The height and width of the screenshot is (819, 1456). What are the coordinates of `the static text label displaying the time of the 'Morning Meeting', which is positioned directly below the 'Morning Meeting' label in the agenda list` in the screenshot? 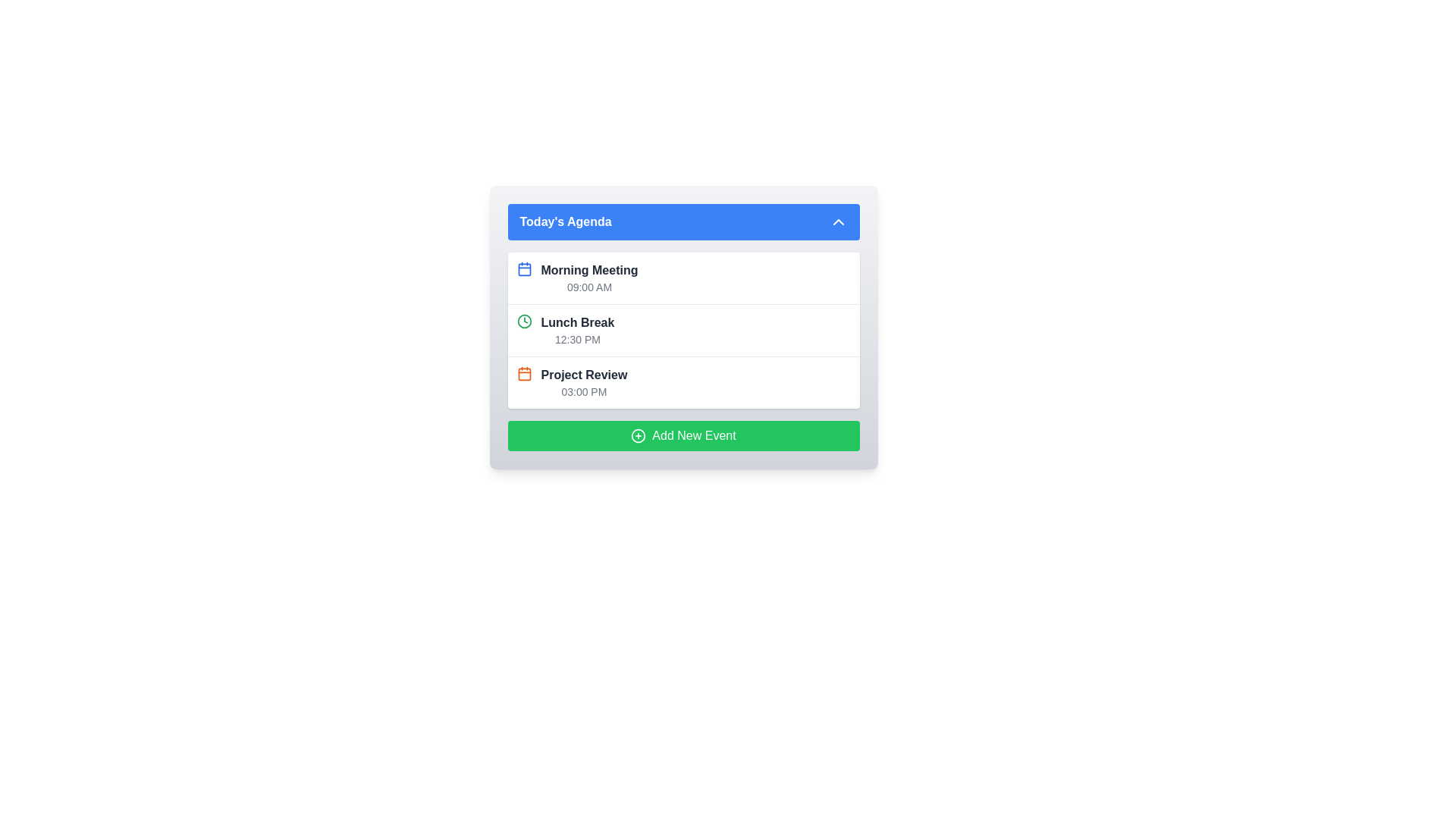 It's located at (588, 287).